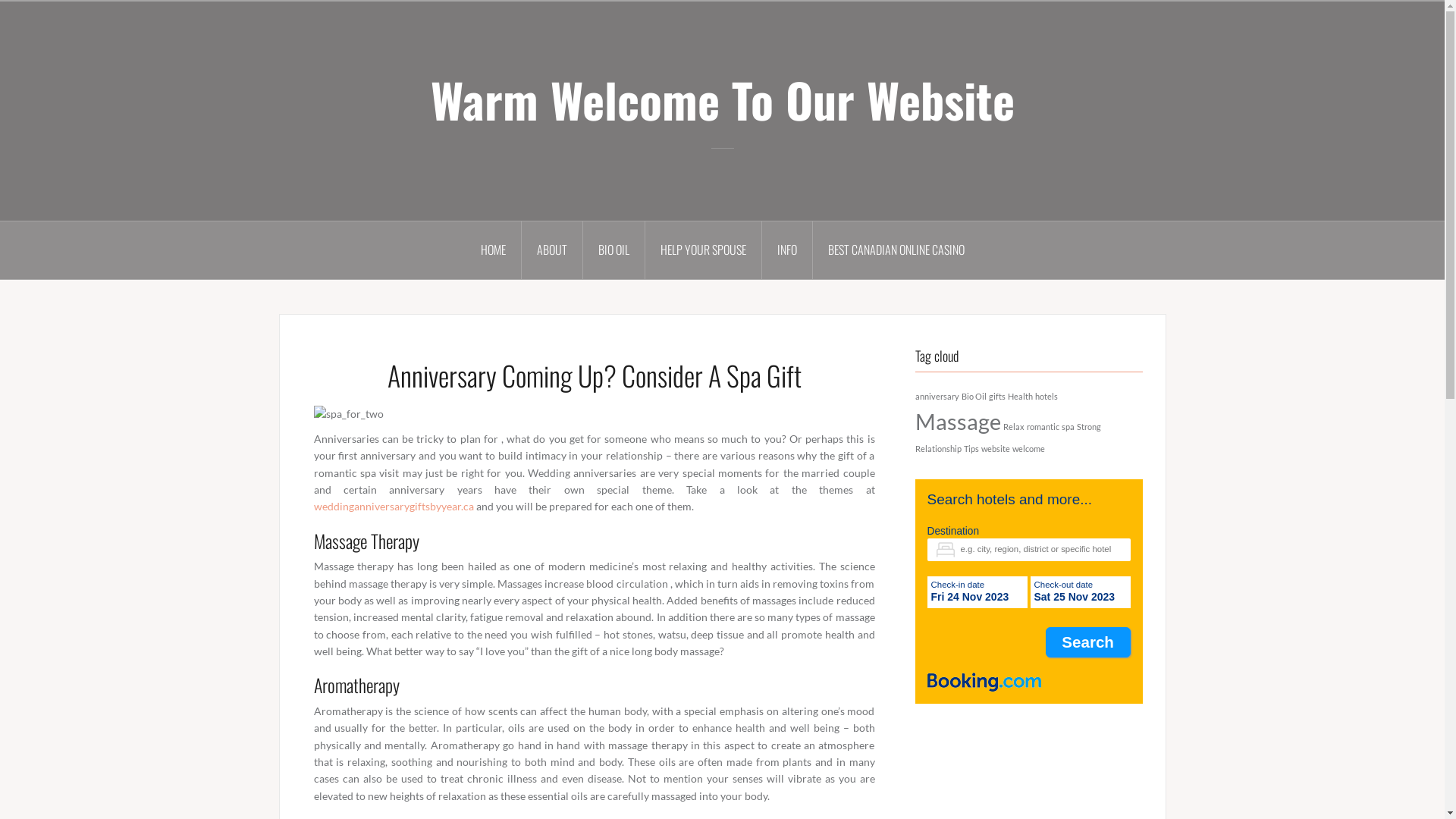 The height and width of the screenshot is (819, 1456). I want to click on 'Search', so click(1087, 642).